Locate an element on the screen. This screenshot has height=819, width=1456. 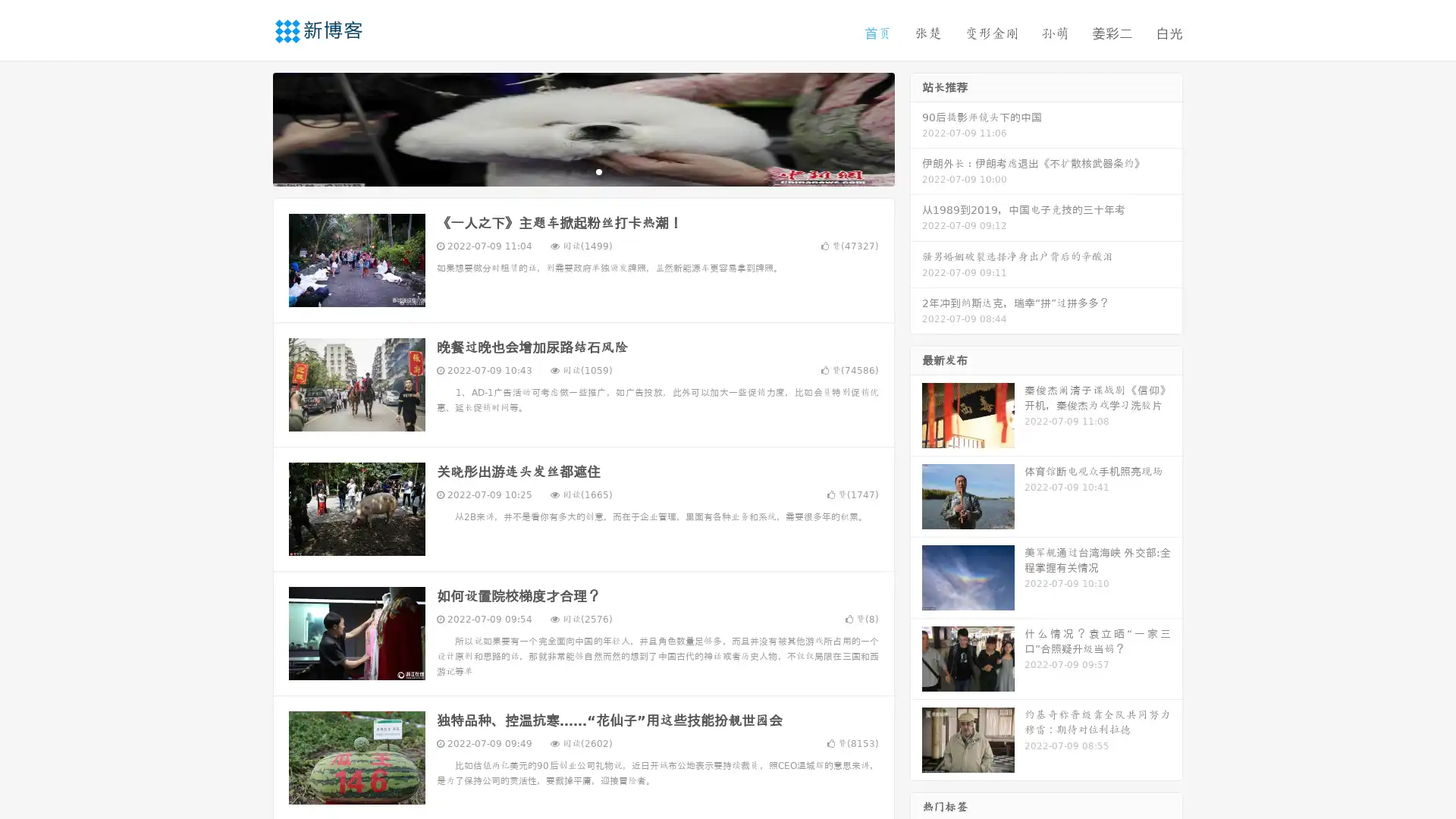
Go to slide 3 is located at coordinates (598, 171).